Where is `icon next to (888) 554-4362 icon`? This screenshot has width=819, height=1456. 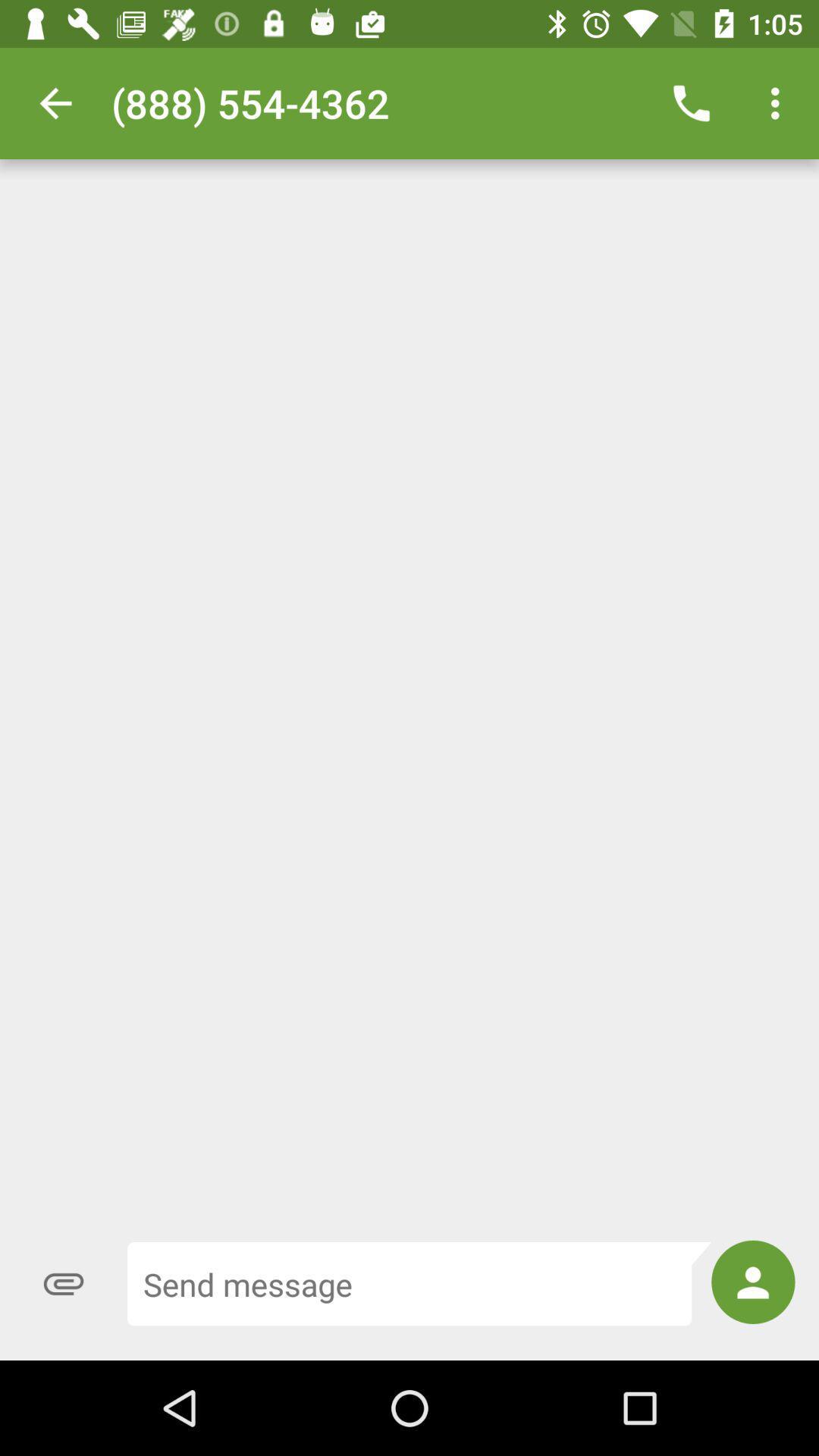 icon next to (888) 554-4362 icon is located at coordinates (691, 102).